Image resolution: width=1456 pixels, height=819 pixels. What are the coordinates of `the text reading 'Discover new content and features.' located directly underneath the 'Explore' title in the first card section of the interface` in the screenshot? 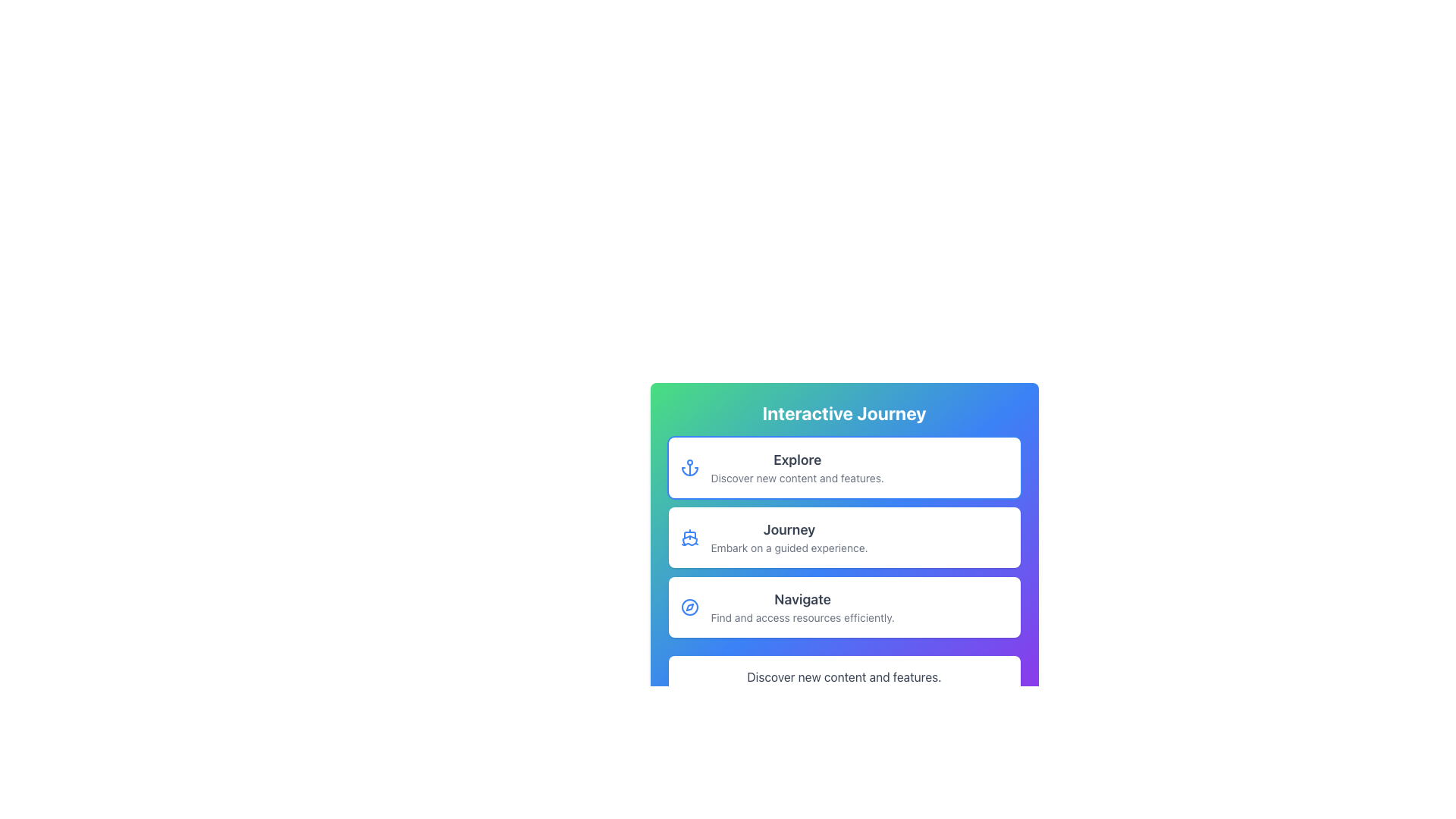 It's located at (796, 479).